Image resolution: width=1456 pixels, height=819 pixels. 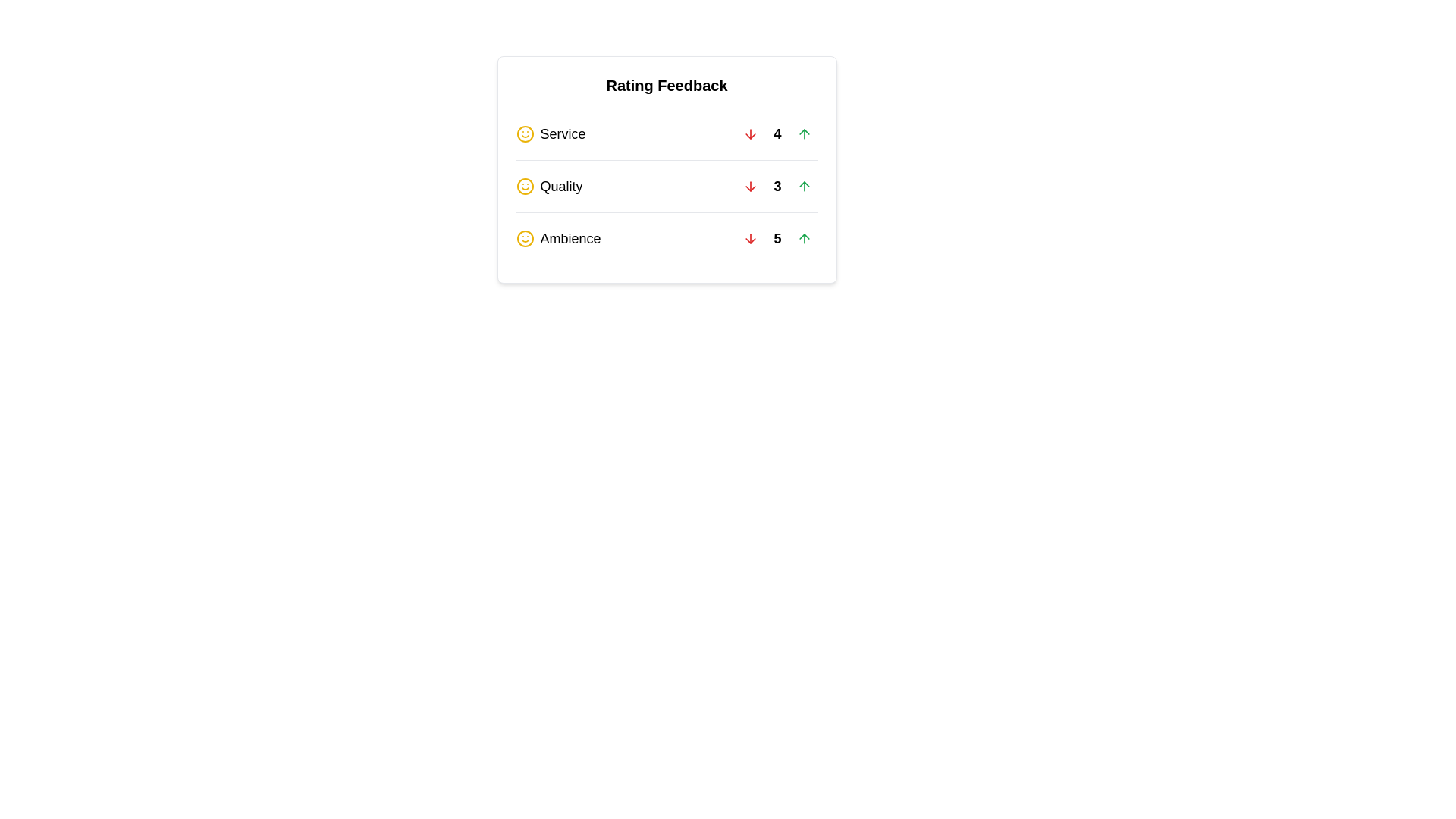 What do you see at coordinates (751, 239) in the screenshot?
I see `the downward arrow icon in the 'Ambience' row of the 'Rating Feedback' card` at bounding box center [751, 239].